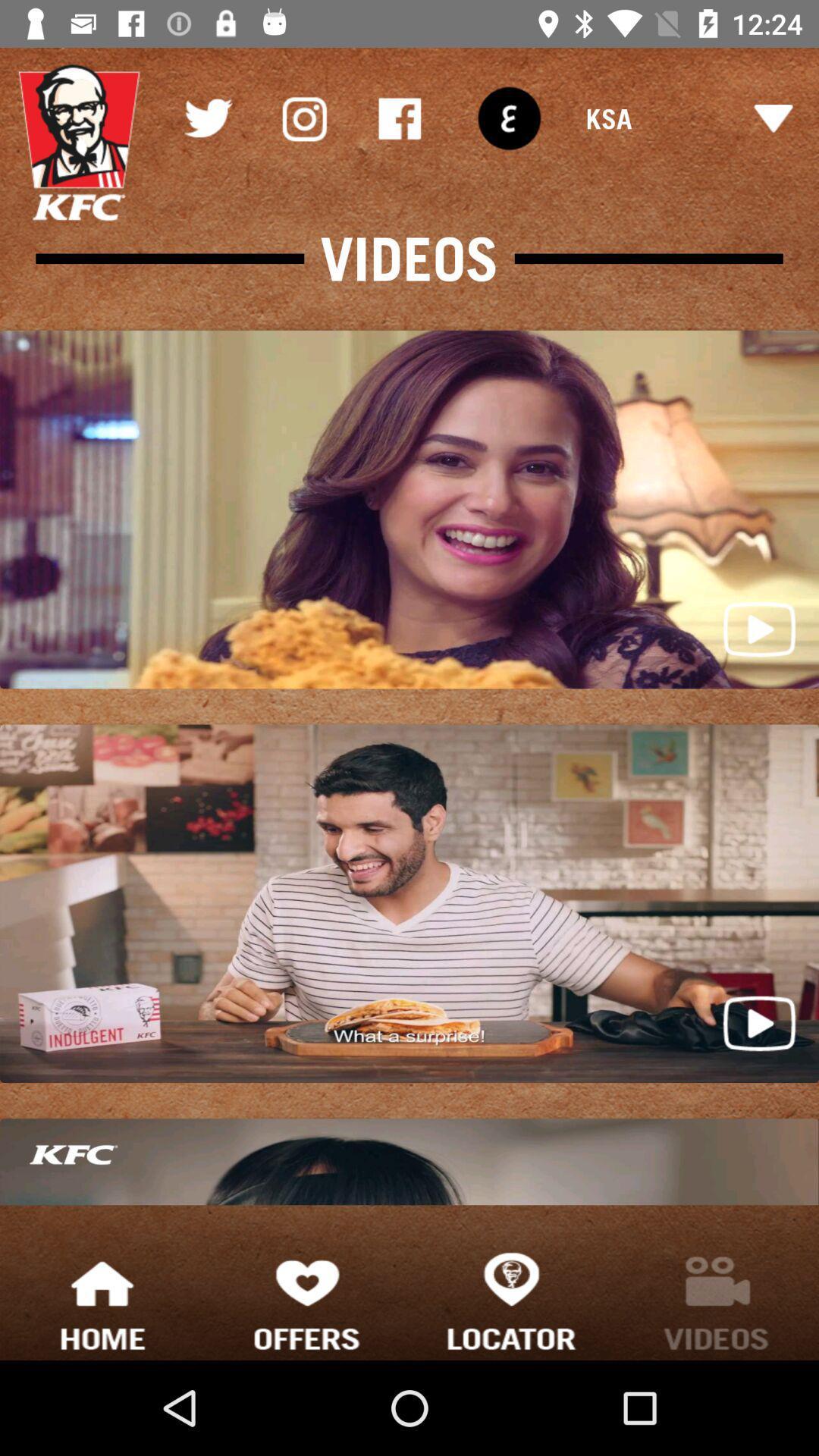 The width and height of the screenshot is (819, 1456). I want to click on the item above videos, so click(509, 118).